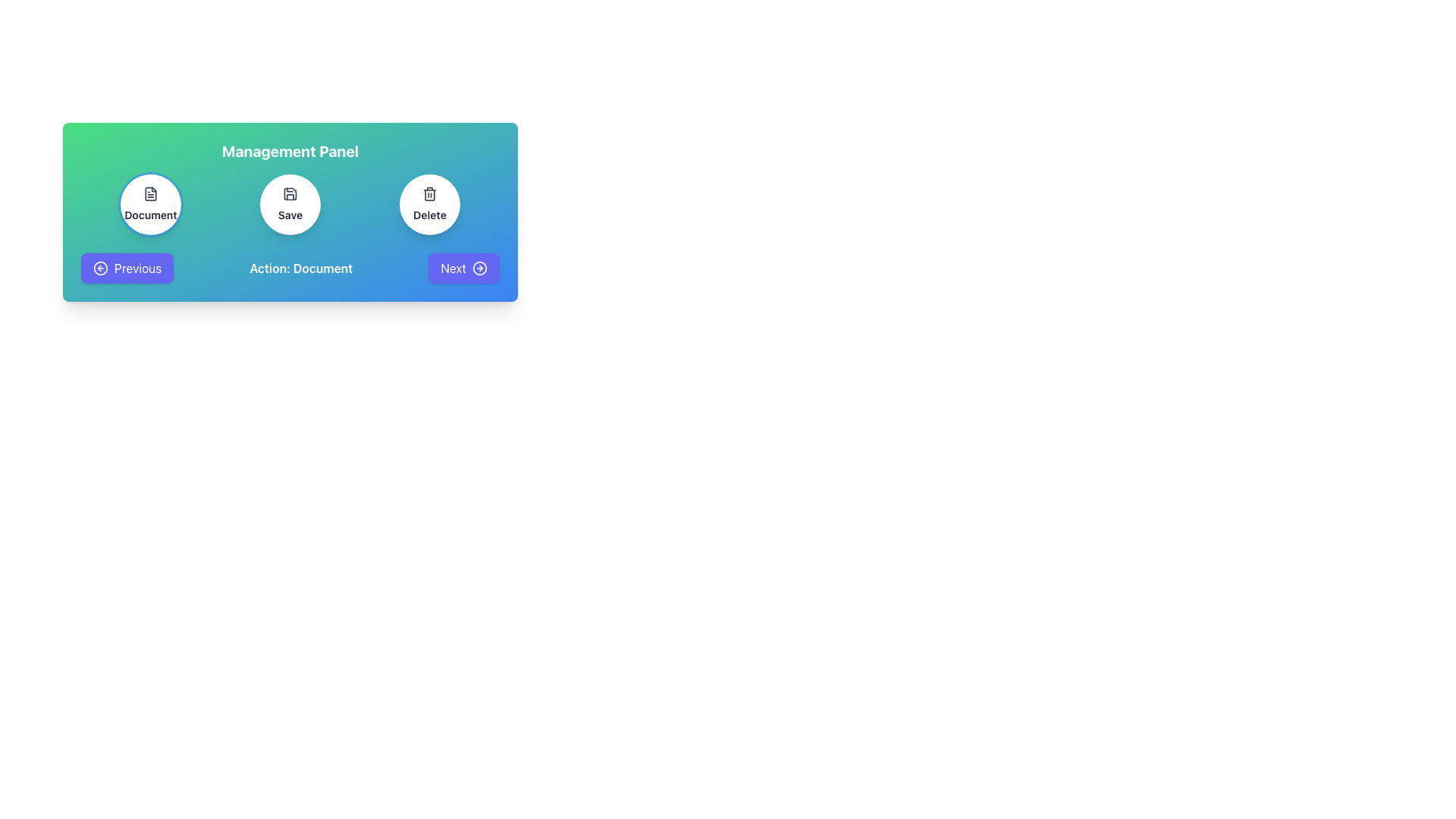  I want to click on the 'Previous' button which contains the visual indicator icon for backwards navigation located at the bottom-left corner of the panel, so click(100, 268).